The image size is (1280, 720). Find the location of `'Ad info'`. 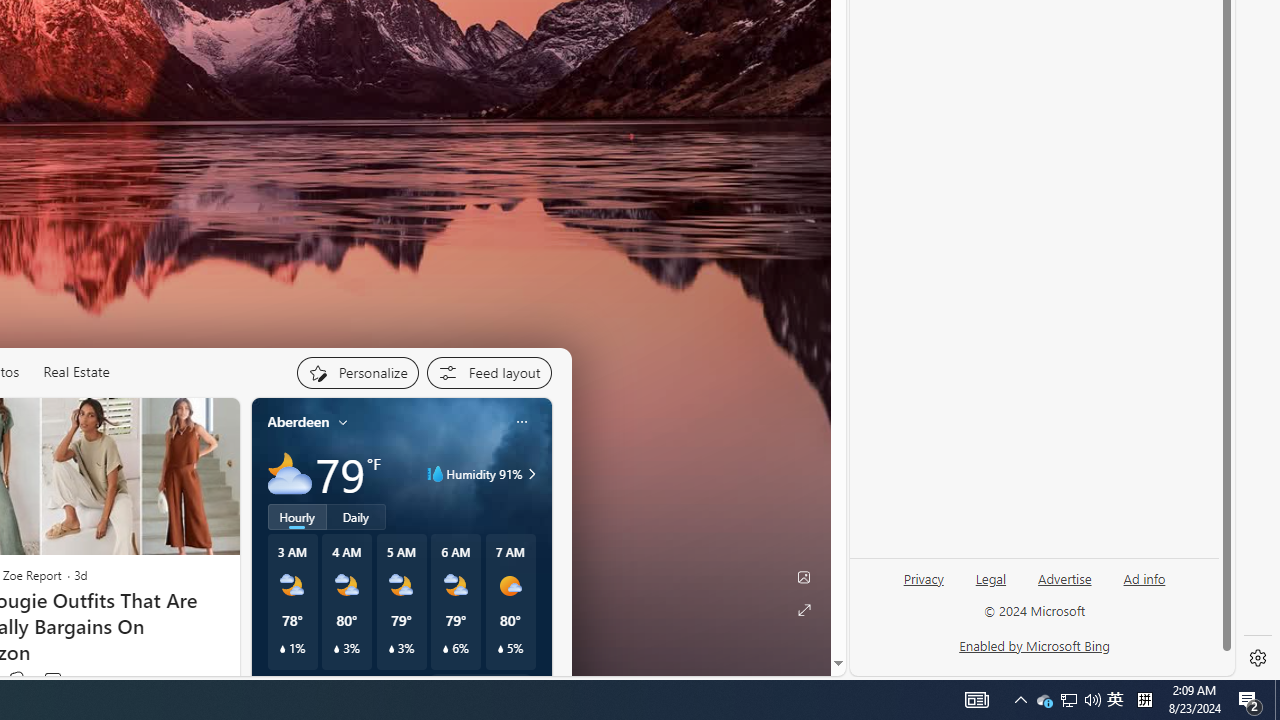

'Ad info' is located at coordinates (1144, 579).